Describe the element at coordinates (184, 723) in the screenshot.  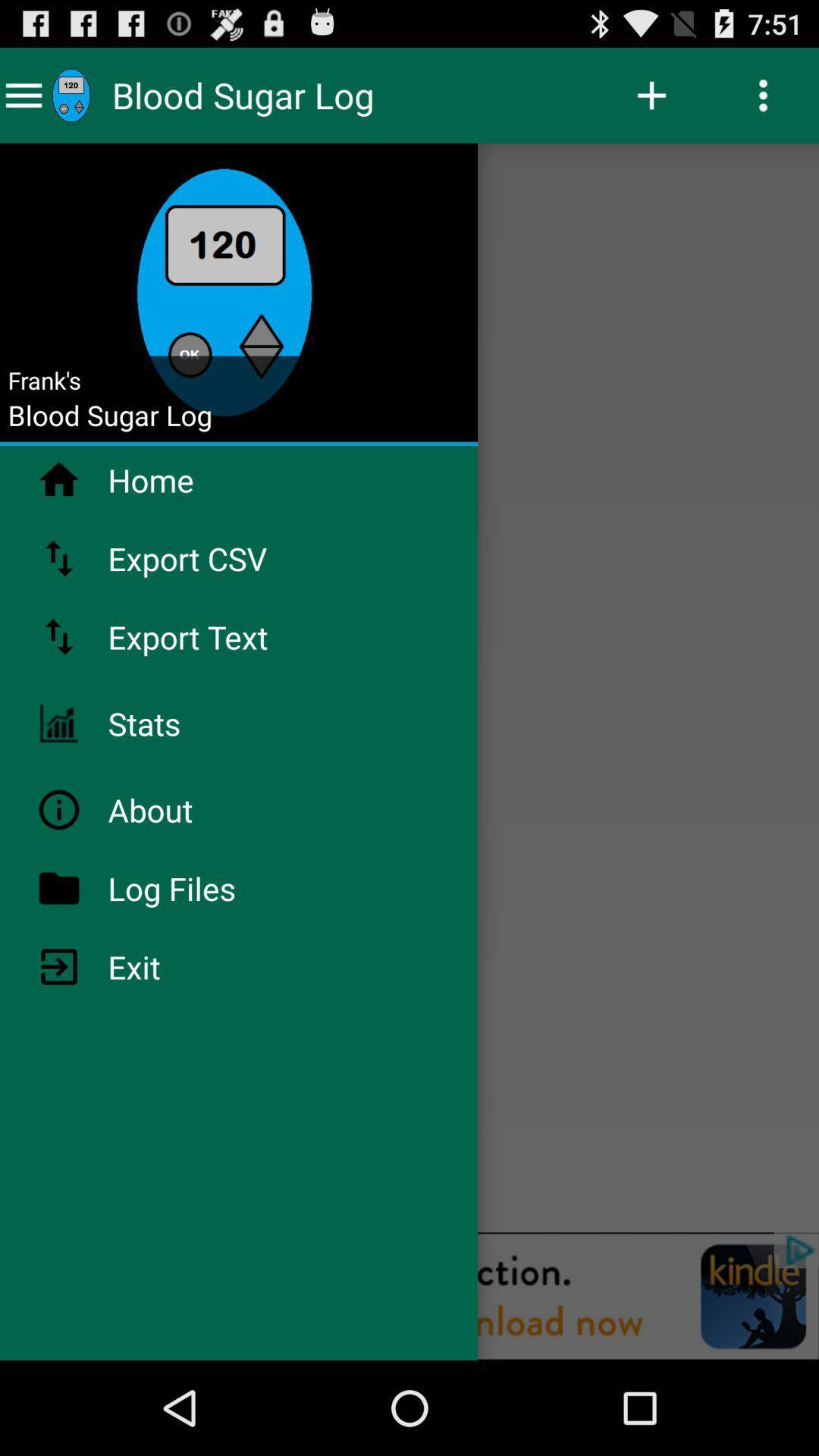
I see `item below export text icon` at that location.